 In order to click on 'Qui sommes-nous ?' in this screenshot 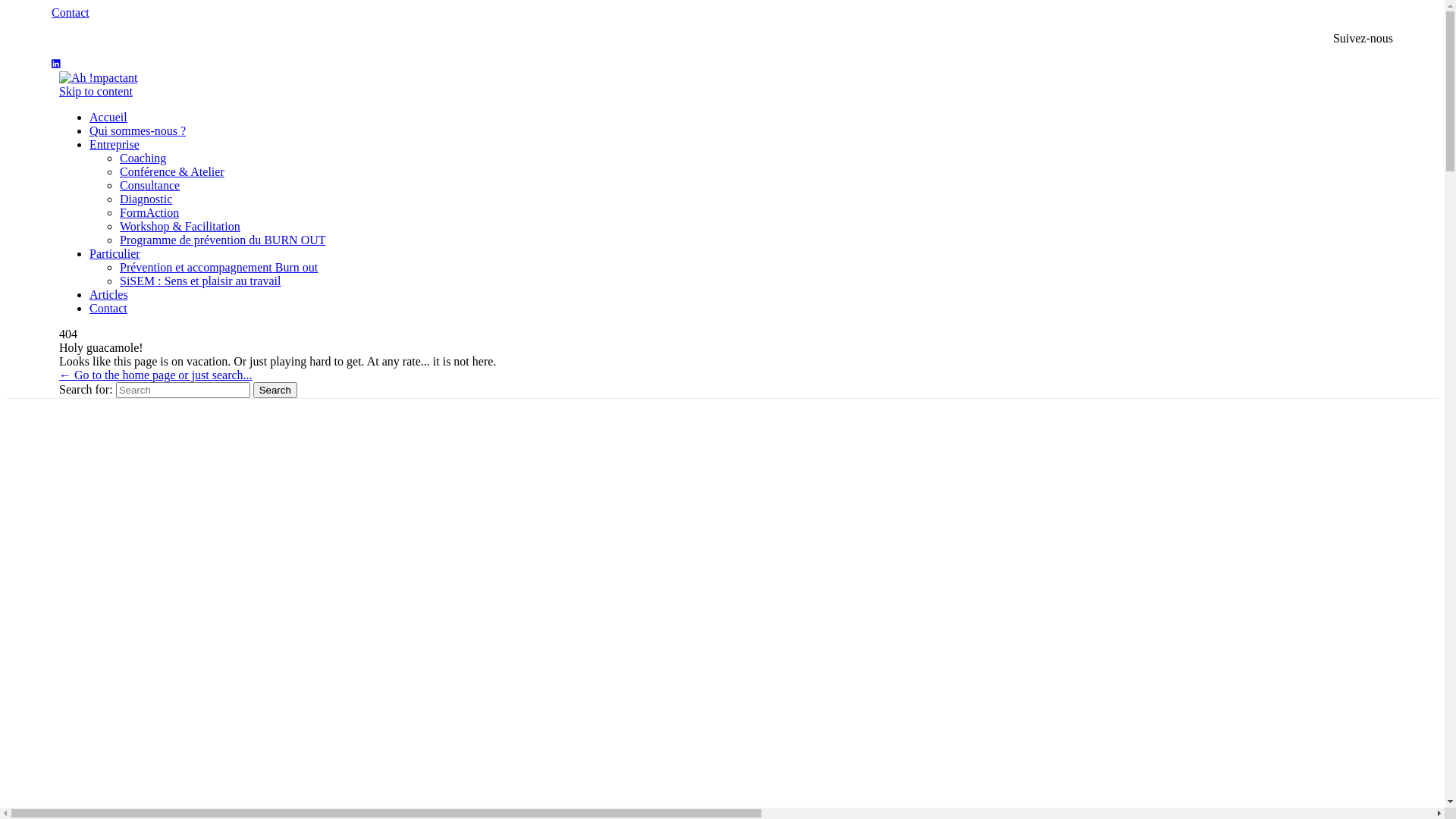, I will do `click(89, 130)`.